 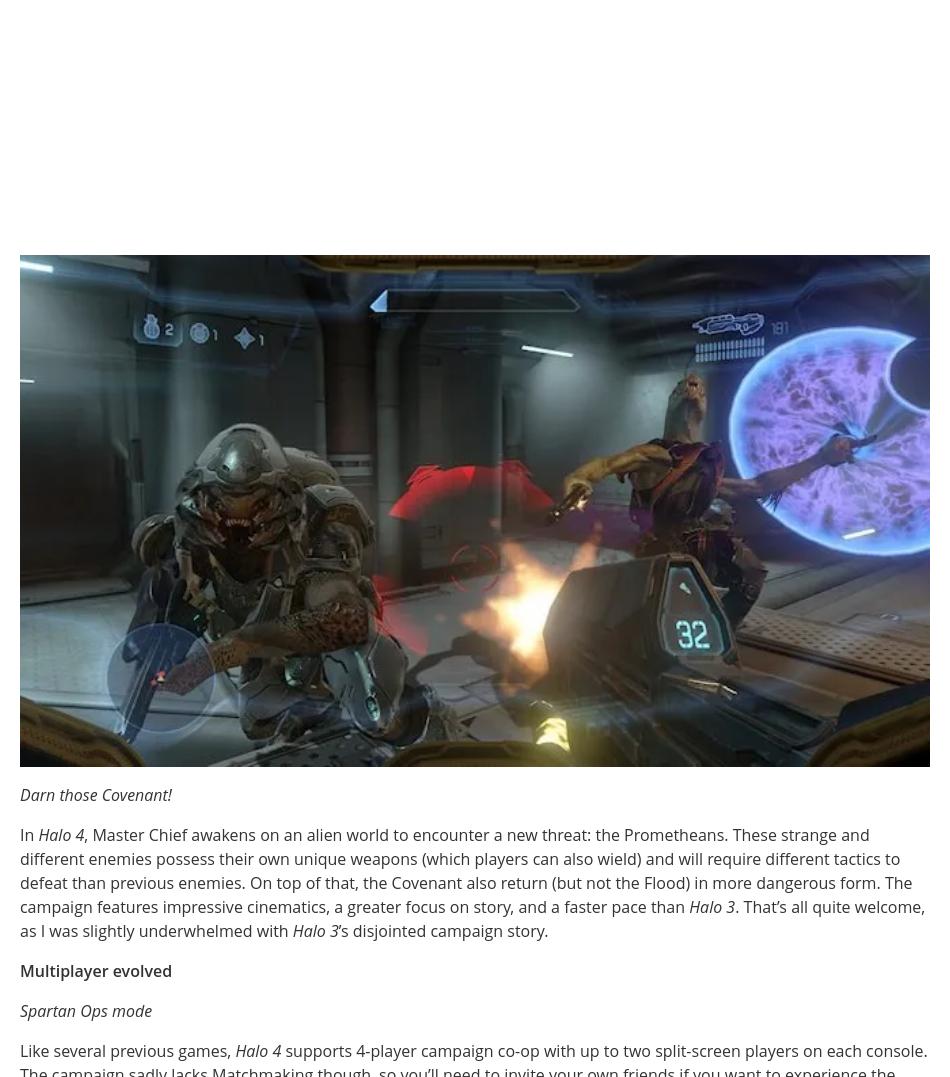 I want to click on 'Multiplayer evolved', so click(x=96, y=969).